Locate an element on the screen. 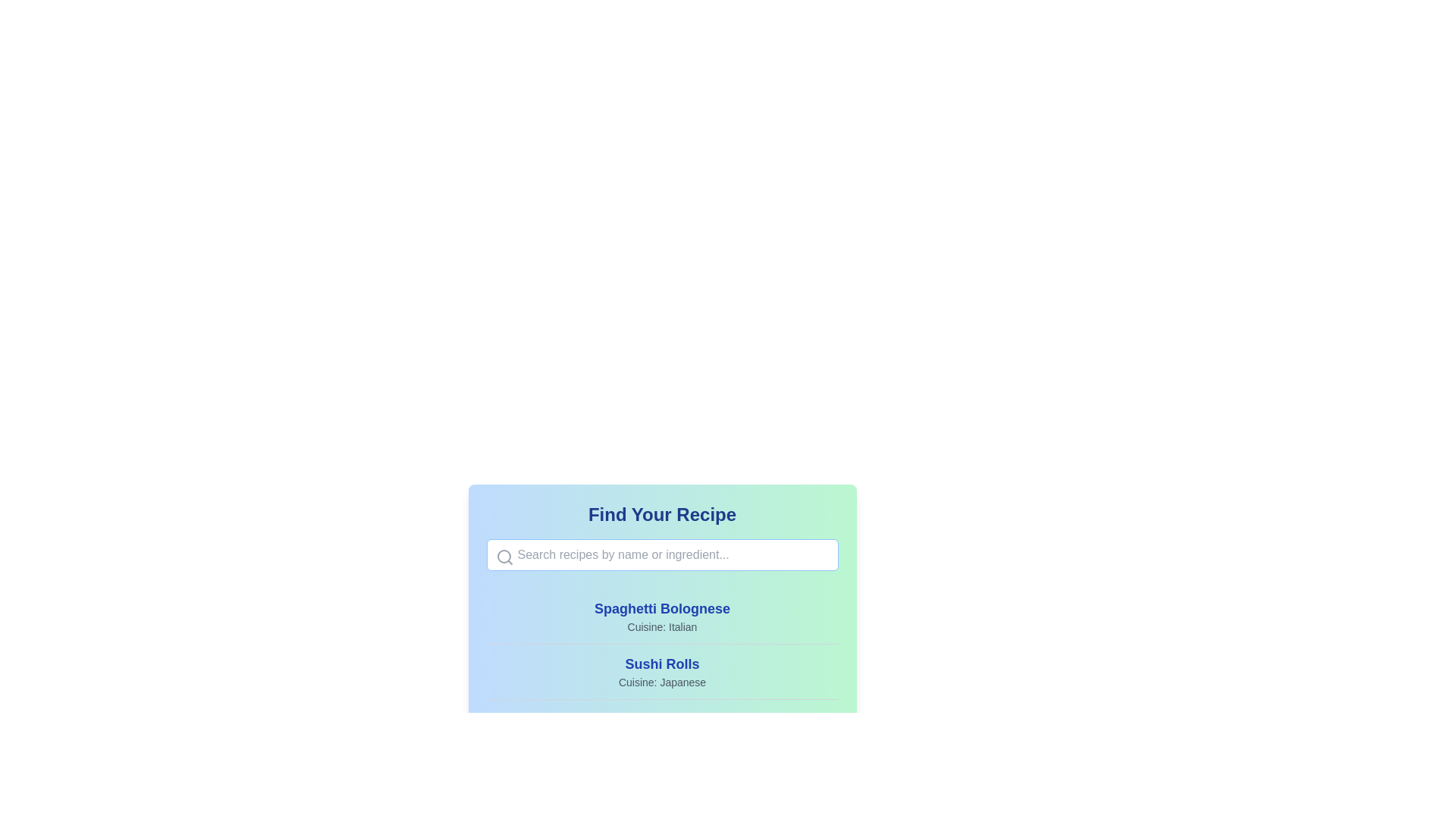 The image size is (1456, 819). the visual representation of the circular icon, which is a thin circular outline located within the search icon at the top left corner of the search bar is located at coordinates (504, 556).